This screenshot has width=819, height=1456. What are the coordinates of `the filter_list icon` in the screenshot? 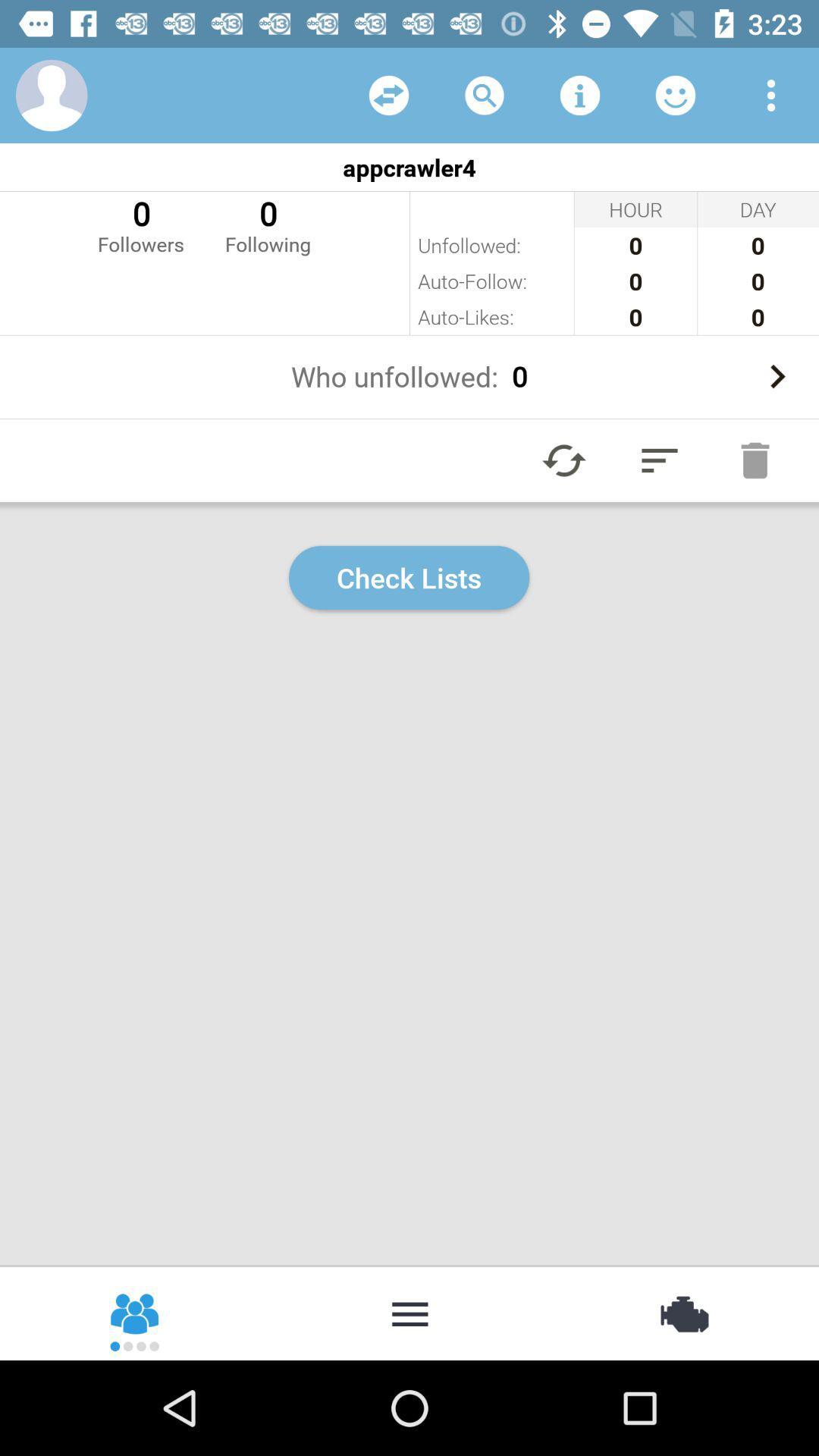 It's located at (659, 460).